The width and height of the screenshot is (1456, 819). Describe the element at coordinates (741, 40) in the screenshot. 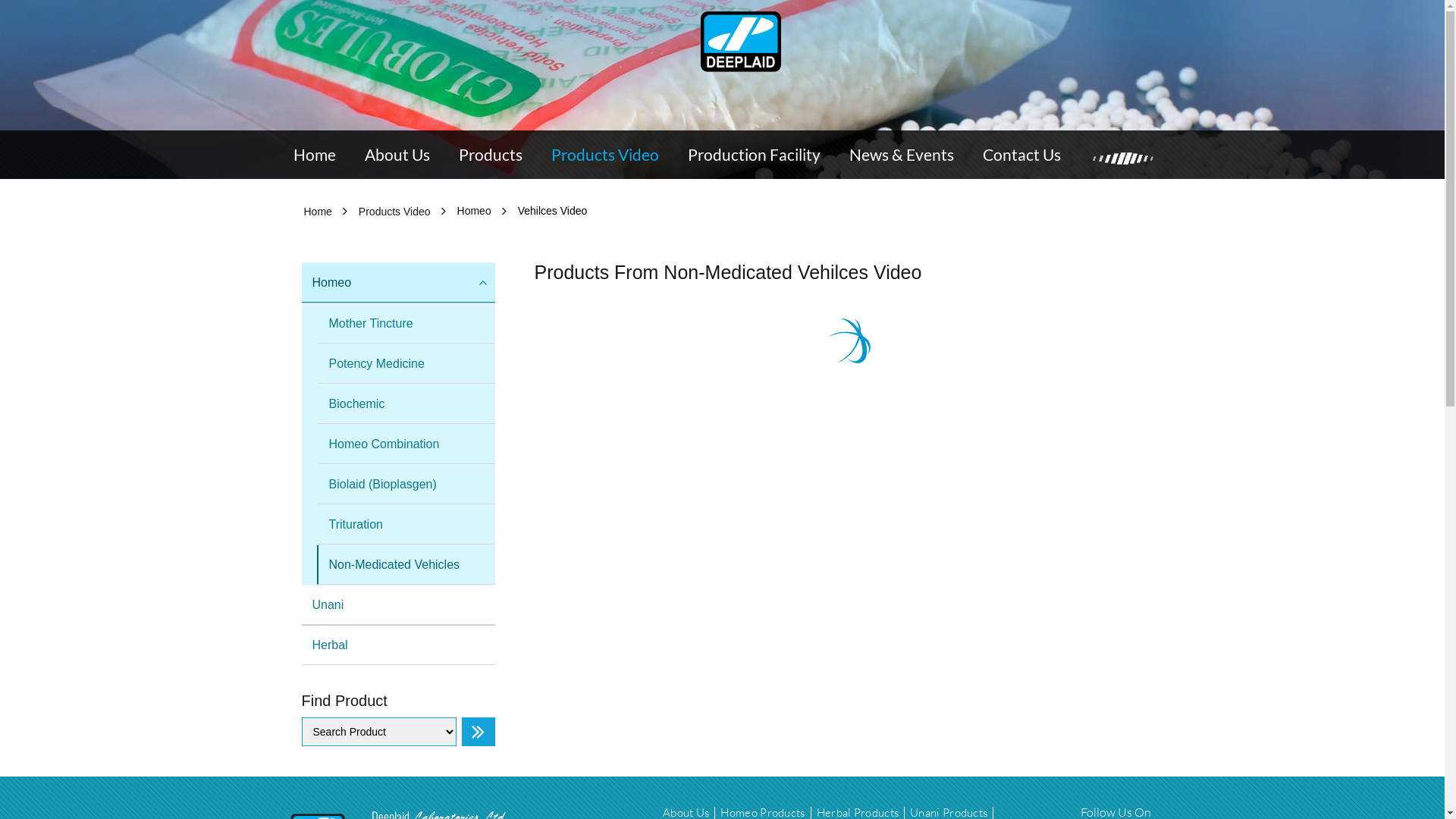

I see `' '` at that location.